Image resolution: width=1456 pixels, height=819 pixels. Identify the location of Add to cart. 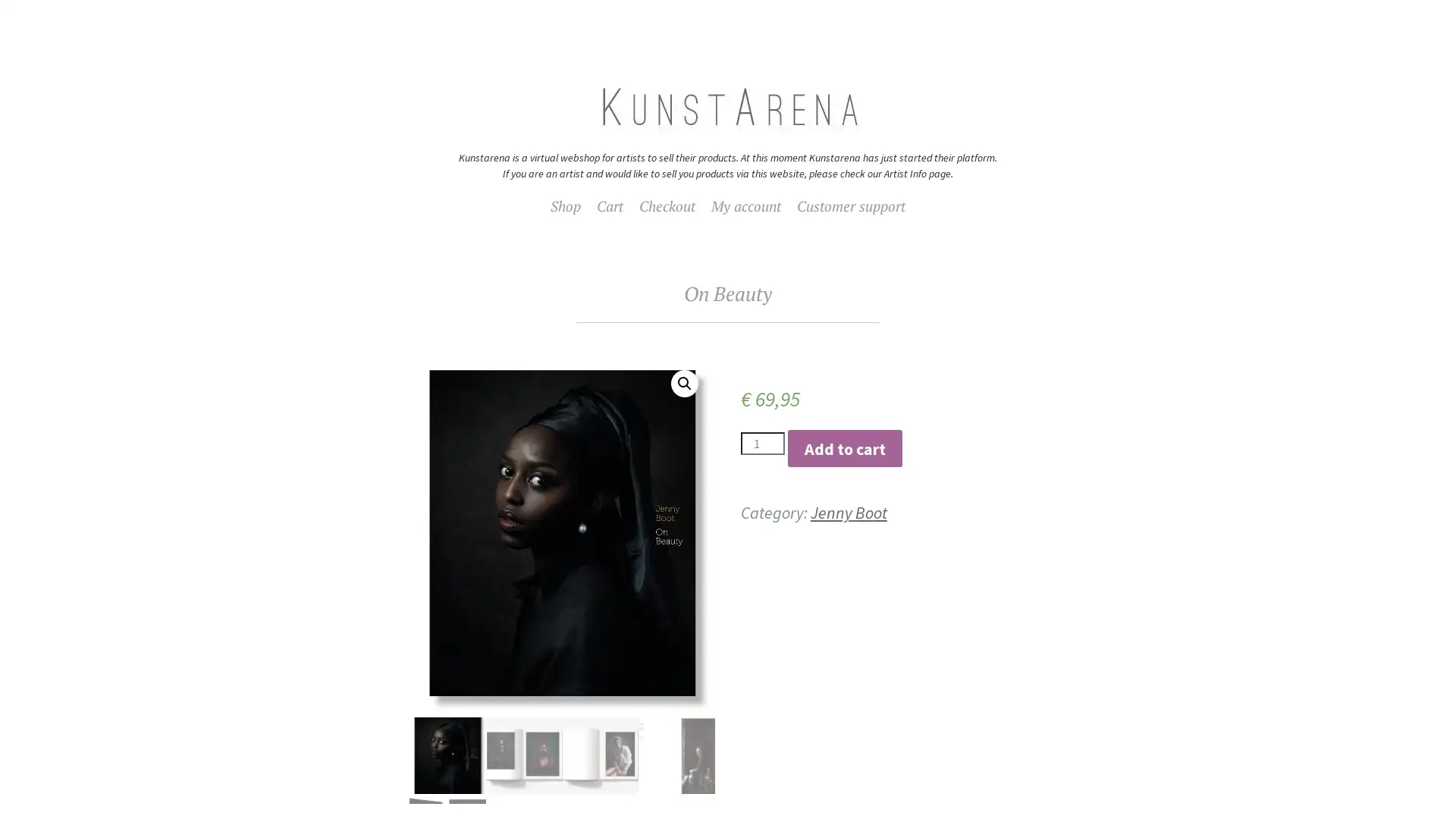
(844, 447).